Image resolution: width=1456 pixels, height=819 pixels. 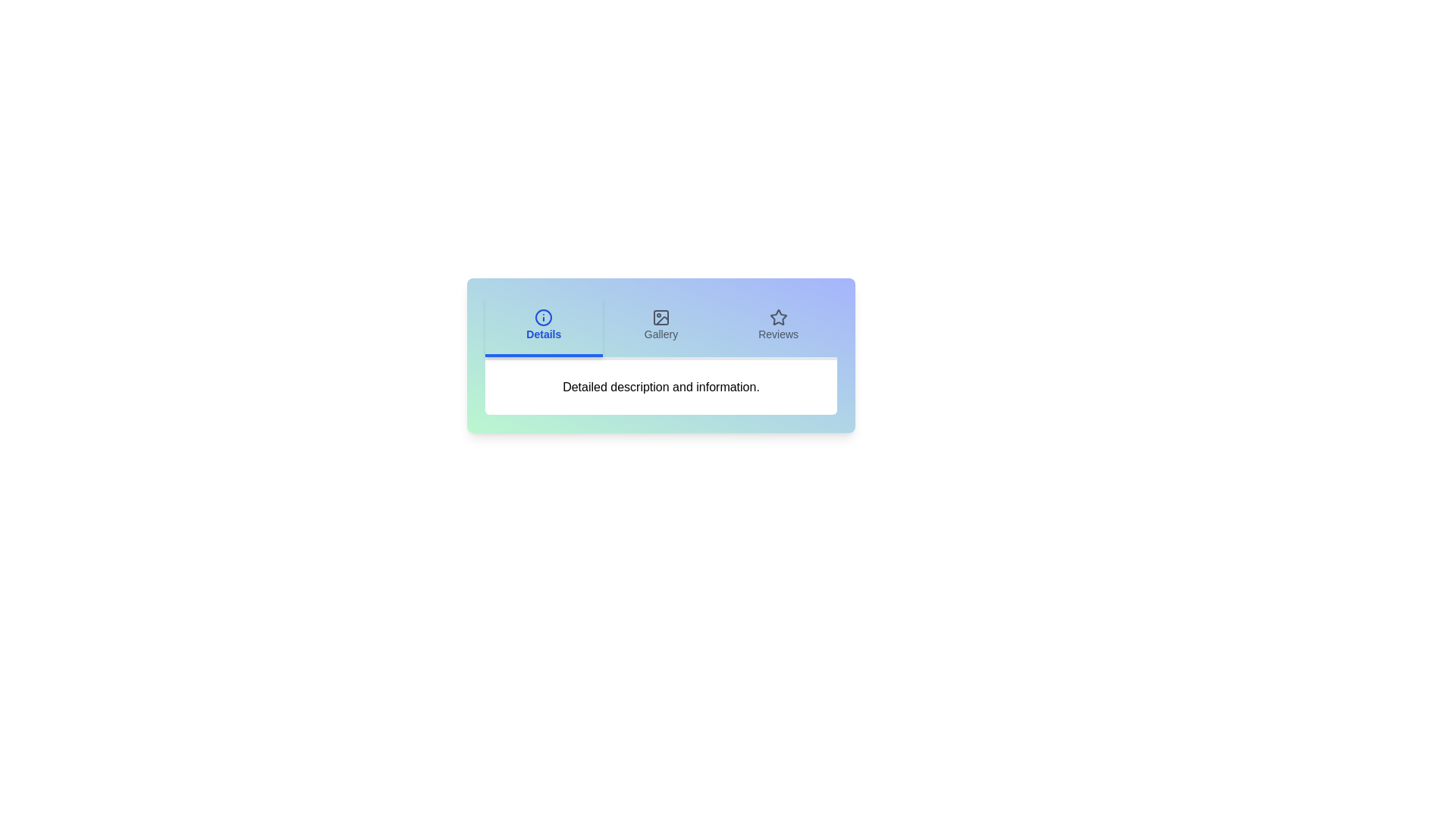 I want to click on the Gallery tab to view its content, so click(x=661, y=326).